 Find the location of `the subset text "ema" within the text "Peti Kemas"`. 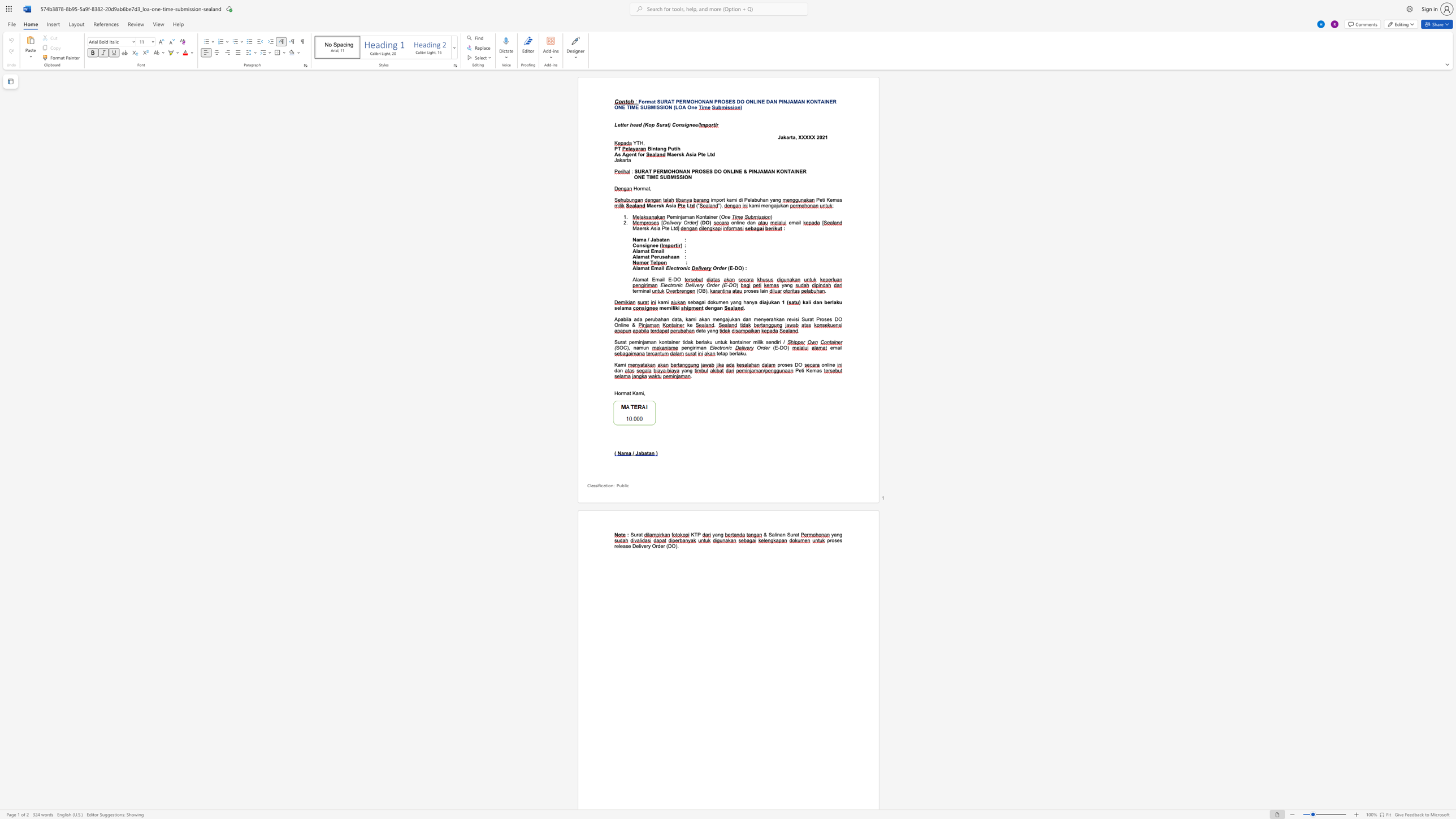

the subset text "ema" within the text "Peti Kemas" is located at coordinates (809, 370).